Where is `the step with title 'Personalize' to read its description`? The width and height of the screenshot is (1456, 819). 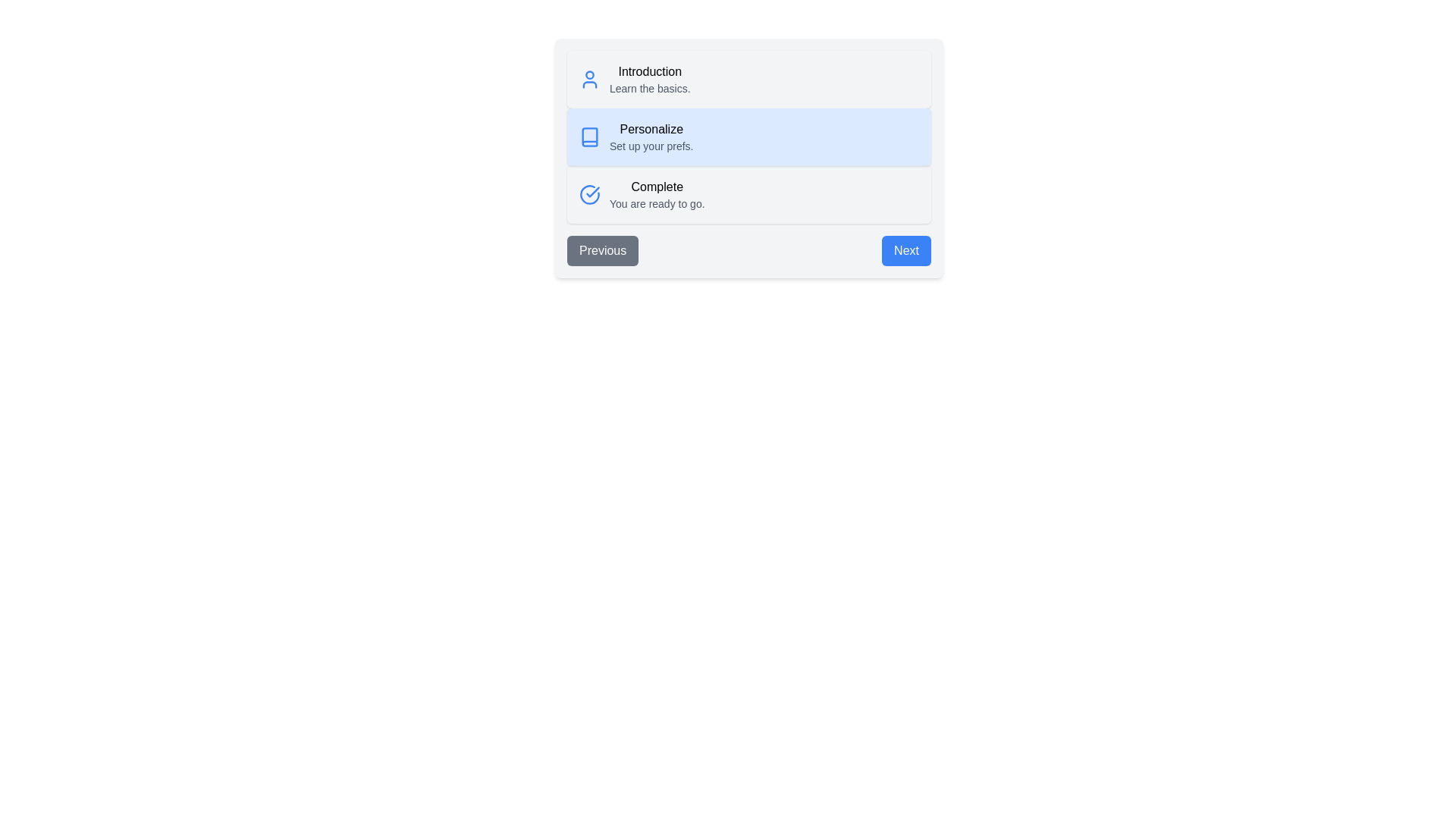
the step with title 'Personalize' to read its description is located at coordinates (651, 137).